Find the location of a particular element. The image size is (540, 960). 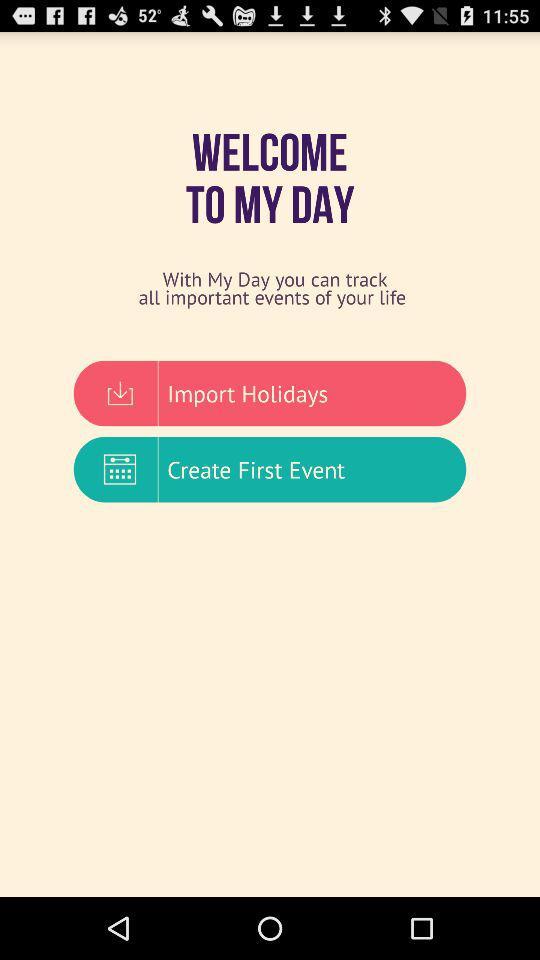

import holidays is located at coordinates (270, 392).